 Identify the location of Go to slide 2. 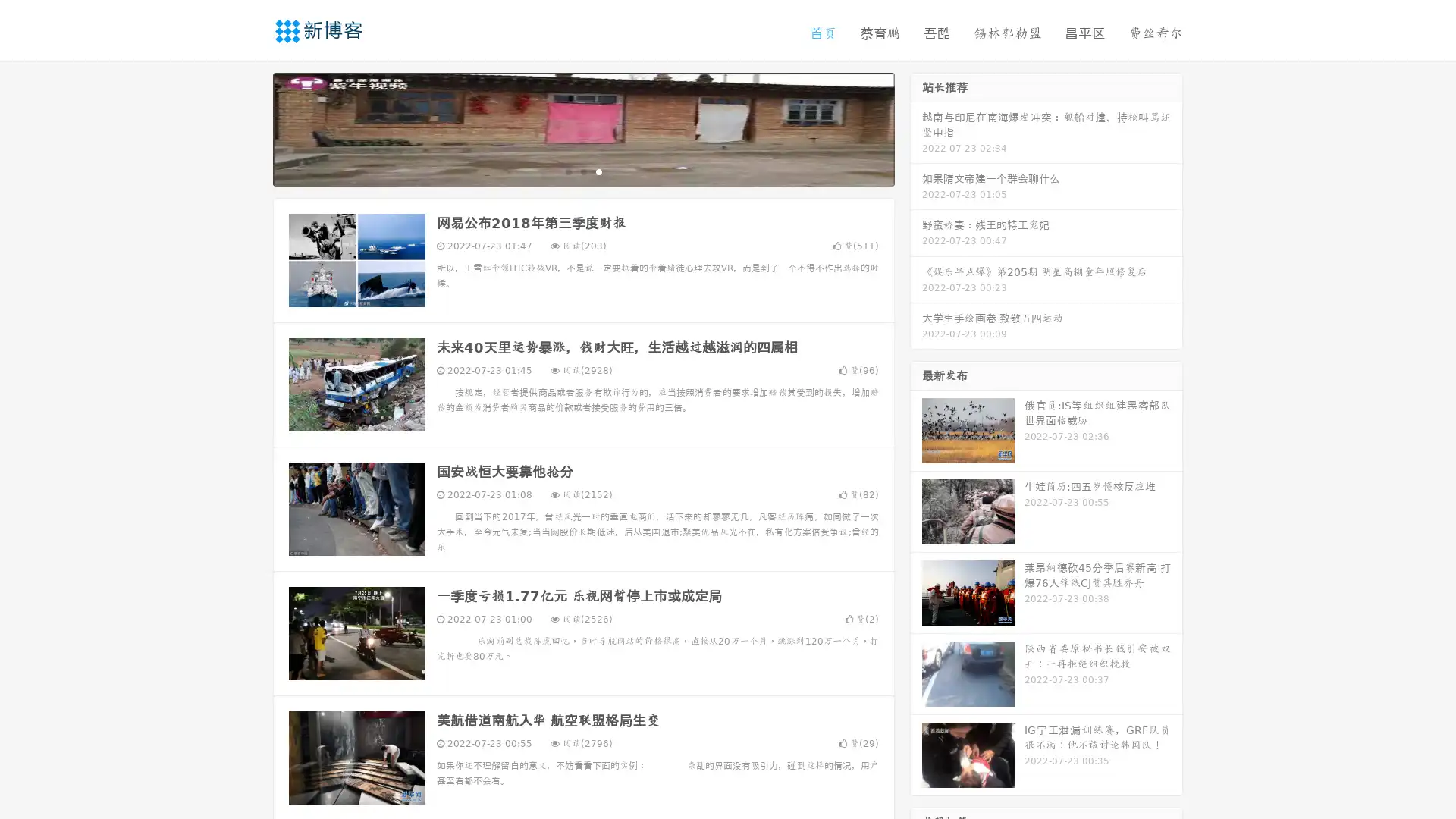
(582, 171).